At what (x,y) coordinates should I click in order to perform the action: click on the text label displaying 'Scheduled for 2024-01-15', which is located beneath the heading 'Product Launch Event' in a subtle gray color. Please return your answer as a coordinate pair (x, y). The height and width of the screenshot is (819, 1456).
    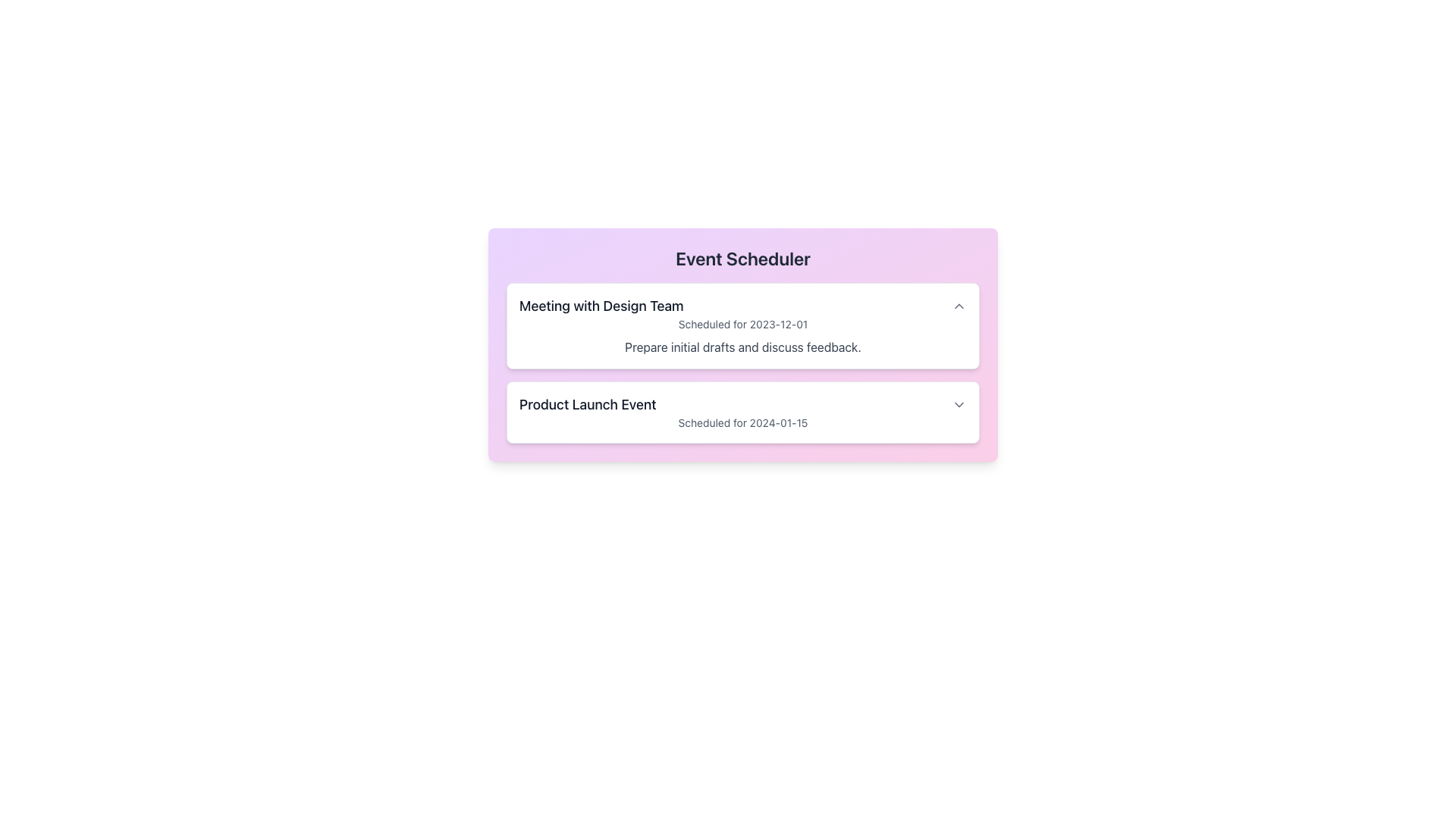
    Looking at the image, I should click on (742, 423).